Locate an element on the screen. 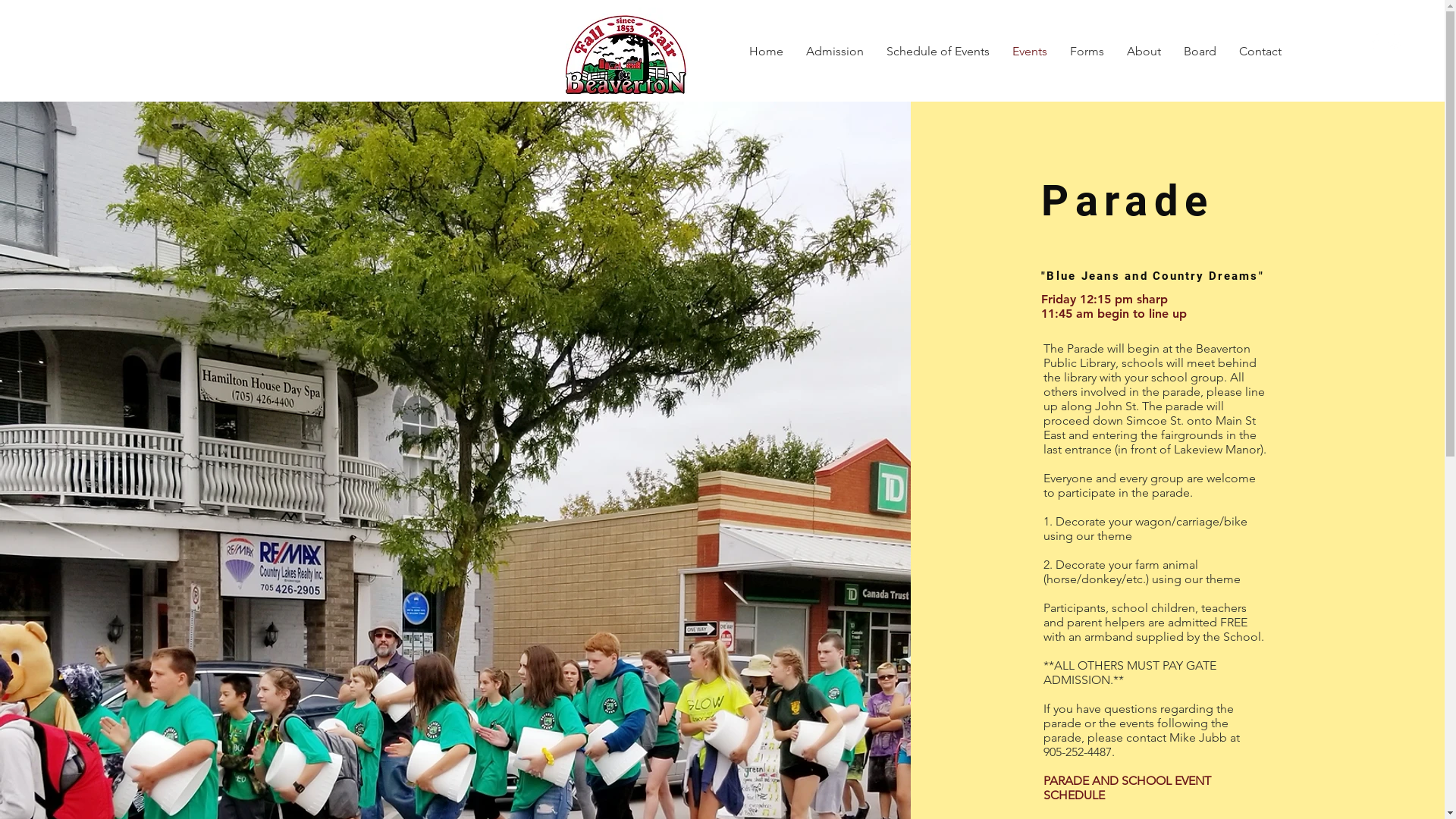 The height and width of the screenshot is (819, 1456). 'Home' is located at coordinates (766, 51).